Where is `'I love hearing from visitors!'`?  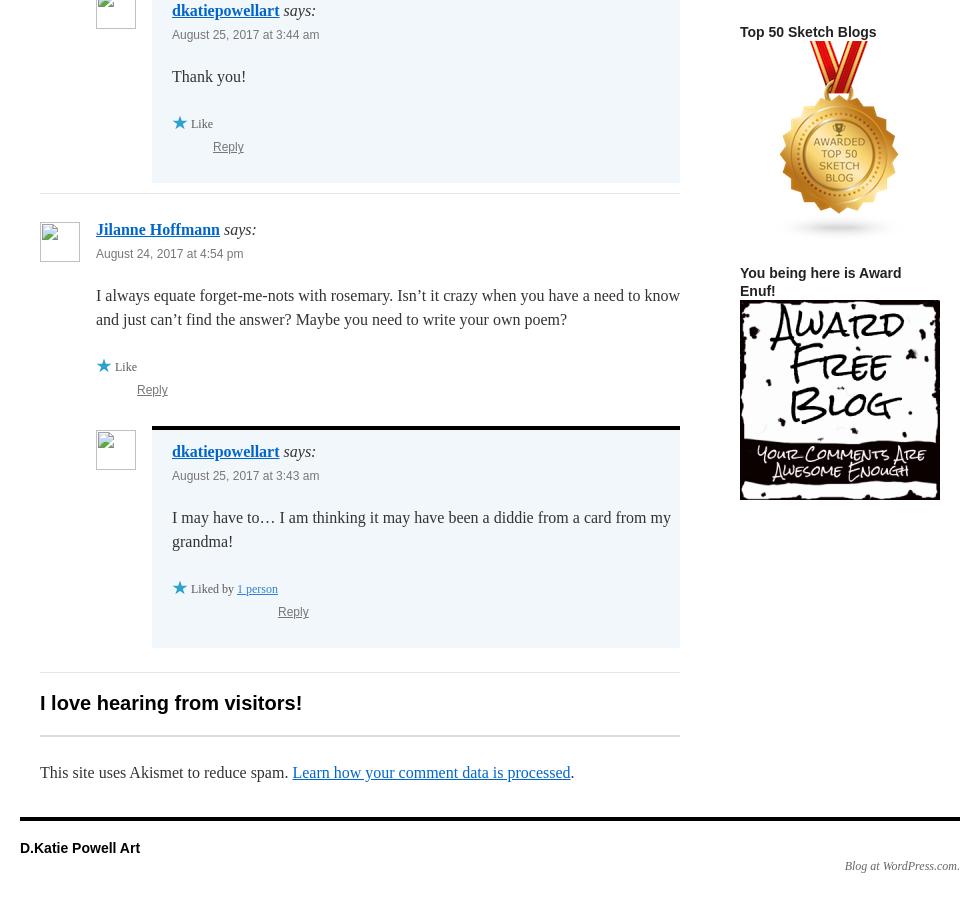 'I love hearing from visitors!' is located at coordinates (171, 702).